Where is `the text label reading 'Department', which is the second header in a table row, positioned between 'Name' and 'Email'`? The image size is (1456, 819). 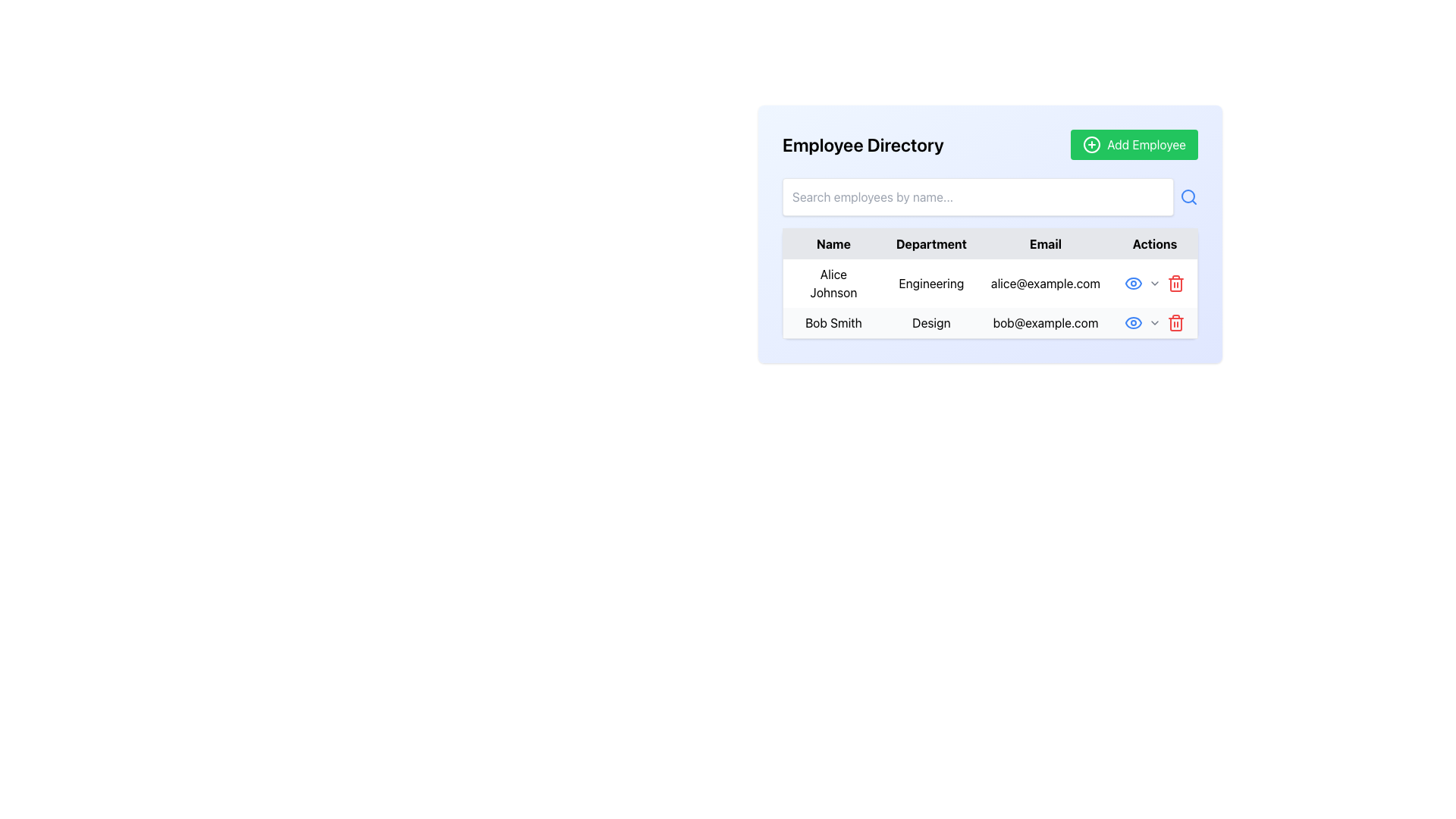
the text label reading 'Department', which is the second header in a table row, positioned between 'Name' and 'Email' is located at coordinates (930, 243).